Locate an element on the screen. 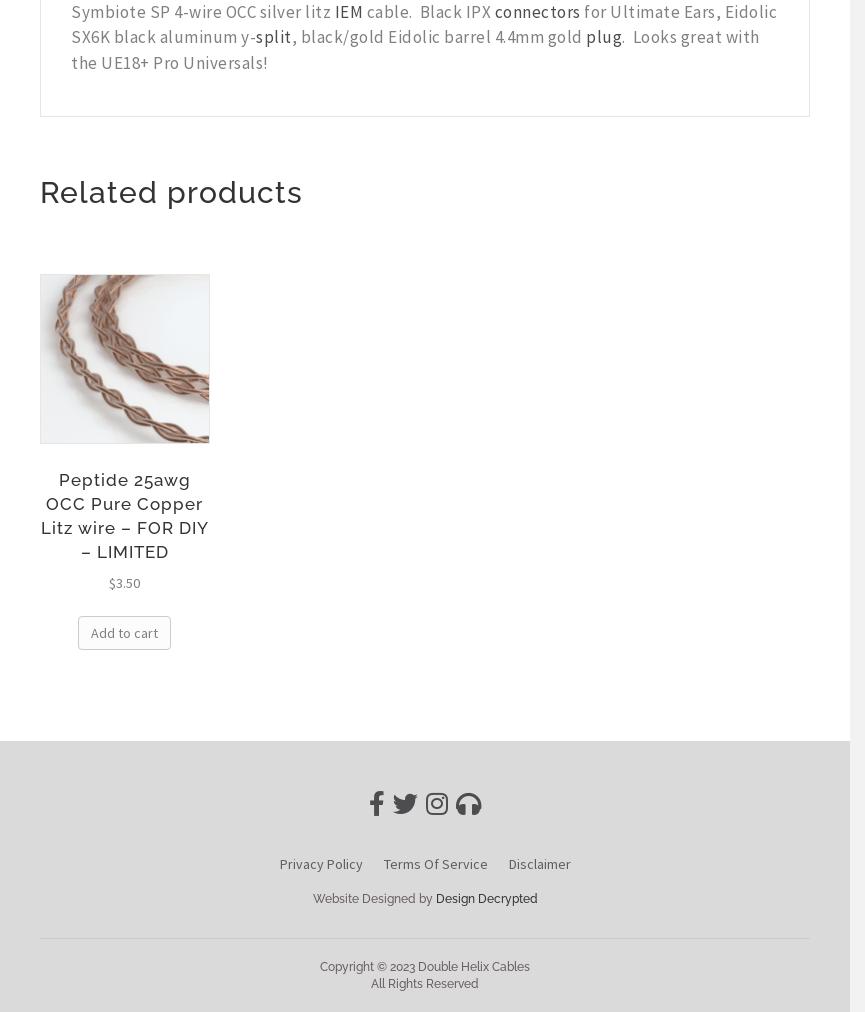 Image resolution: width=865 pixels, height=1012 pixels. 'IEM' is located at coordinates (348, 10).